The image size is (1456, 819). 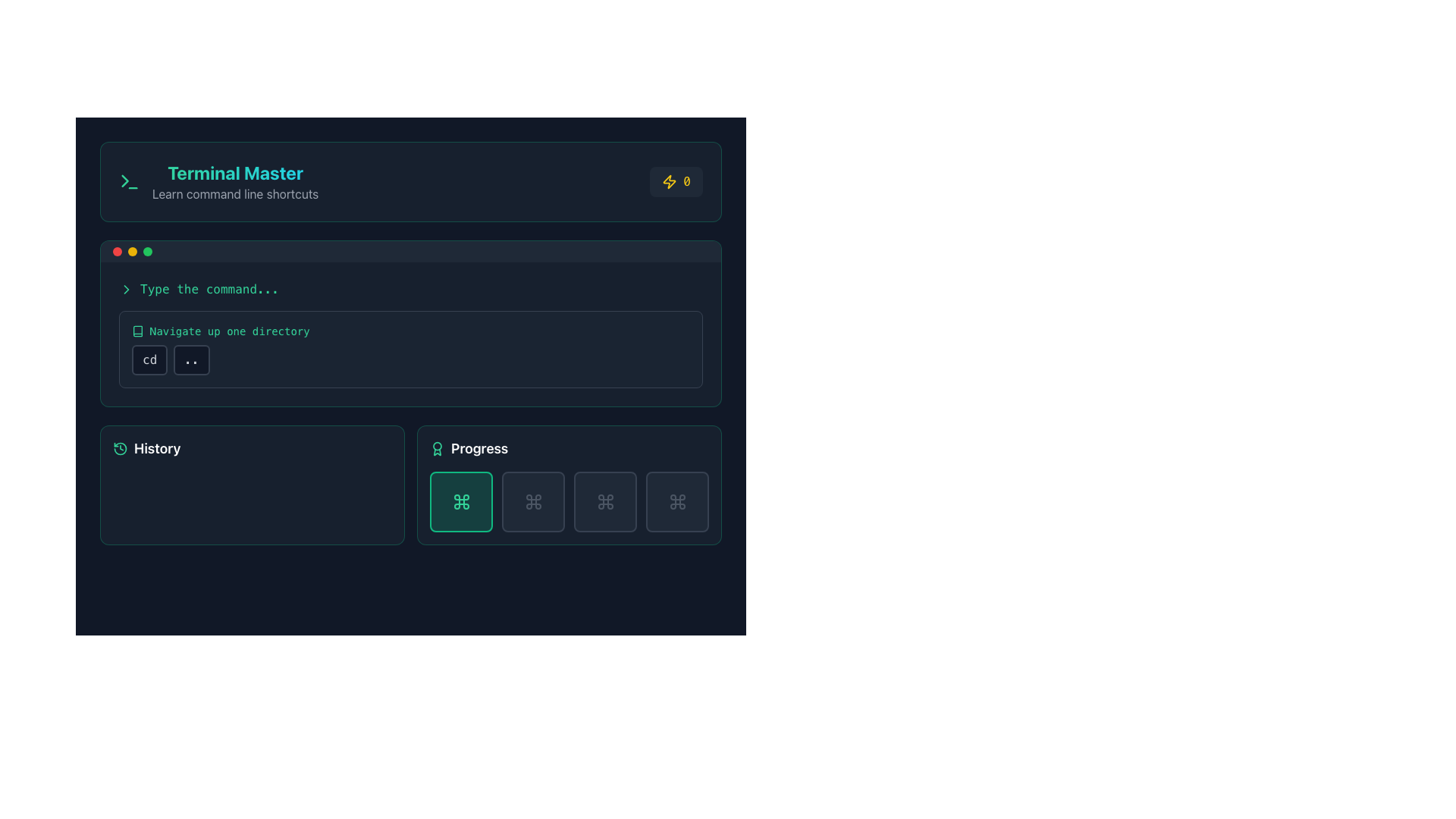 I want to click on the static text element displaying 'Type the command...' in emerald-green font, located in the upper-middle section of the terminal interface, so click(x=209, y=289).